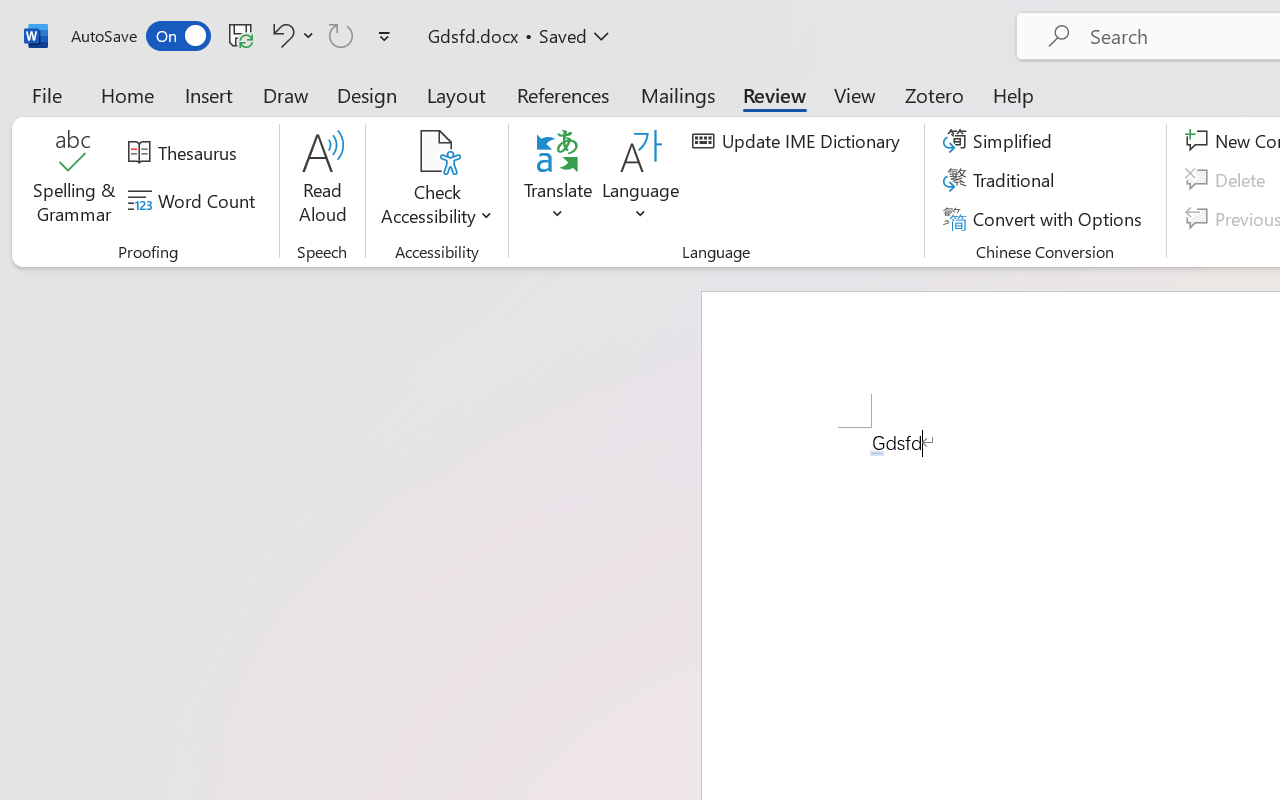  I want to click on 'Language', so click(641, 179).